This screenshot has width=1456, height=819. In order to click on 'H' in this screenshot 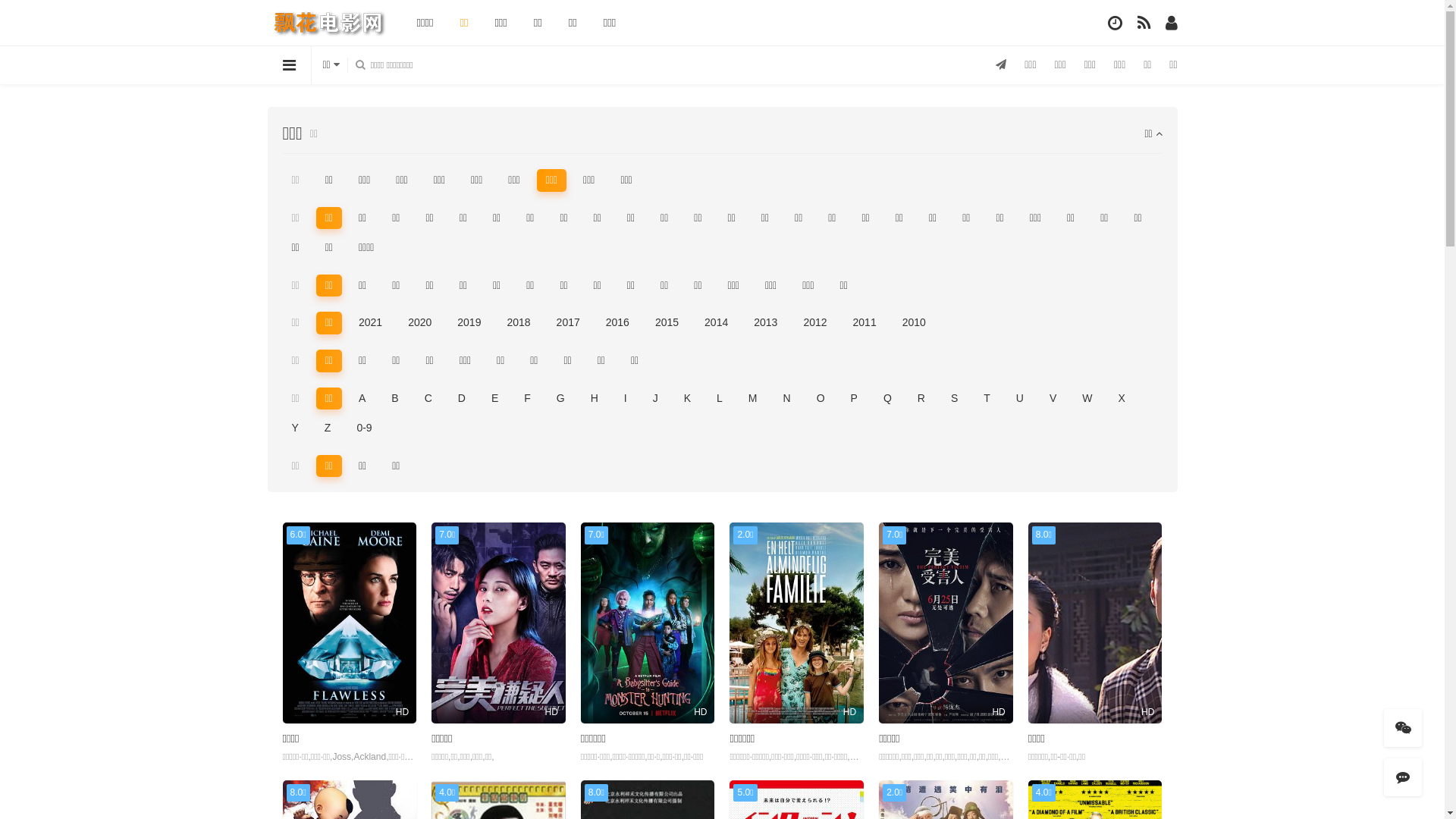, I will do `click(593, 397)`.